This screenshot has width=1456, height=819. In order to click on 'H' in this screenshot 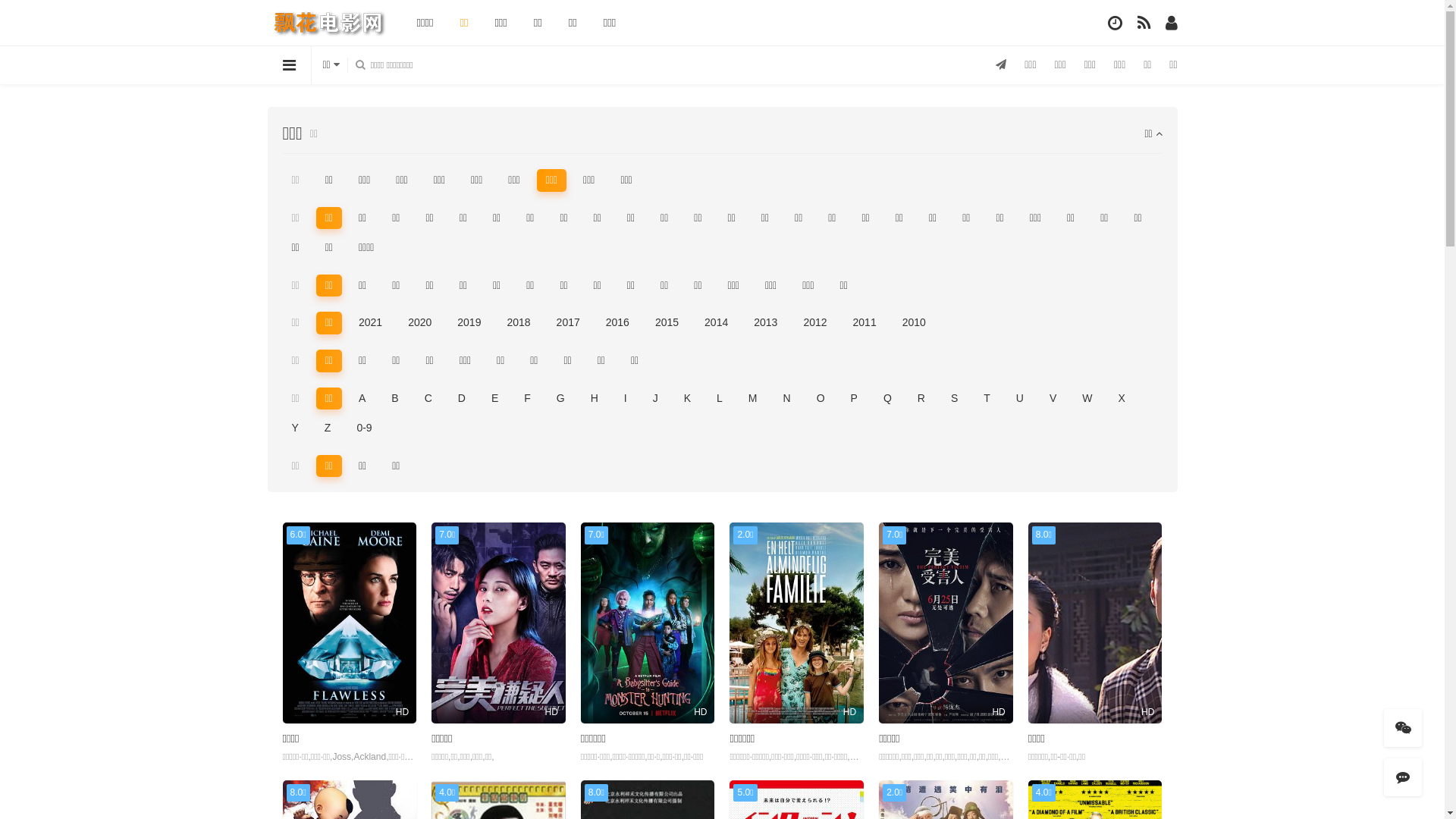, I will do `click(593, 397)`.